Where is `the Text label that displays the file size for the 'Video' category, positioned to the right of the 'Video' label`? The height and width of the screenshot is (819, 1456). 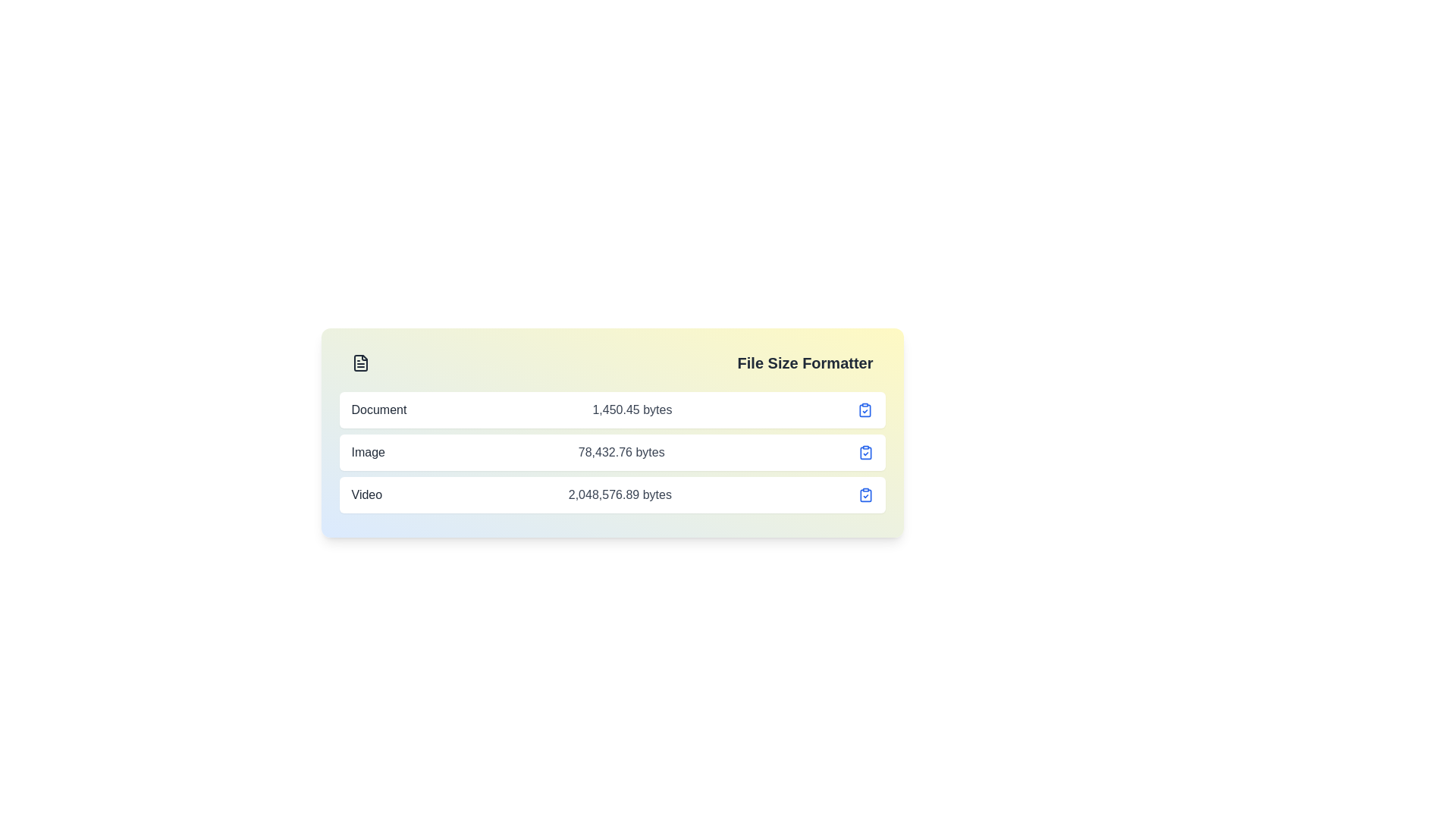
the Text label that displays the file size for the 'Video' category, positioned to the right of the 'Video' label is located at coordinates (620, 494).